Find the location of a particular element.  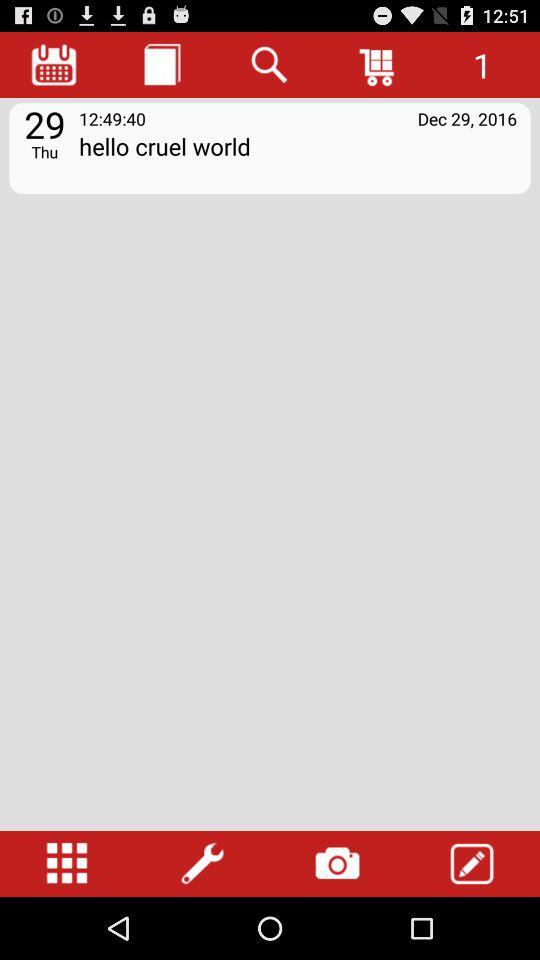

write a comment is located at coordinates (472, 863).